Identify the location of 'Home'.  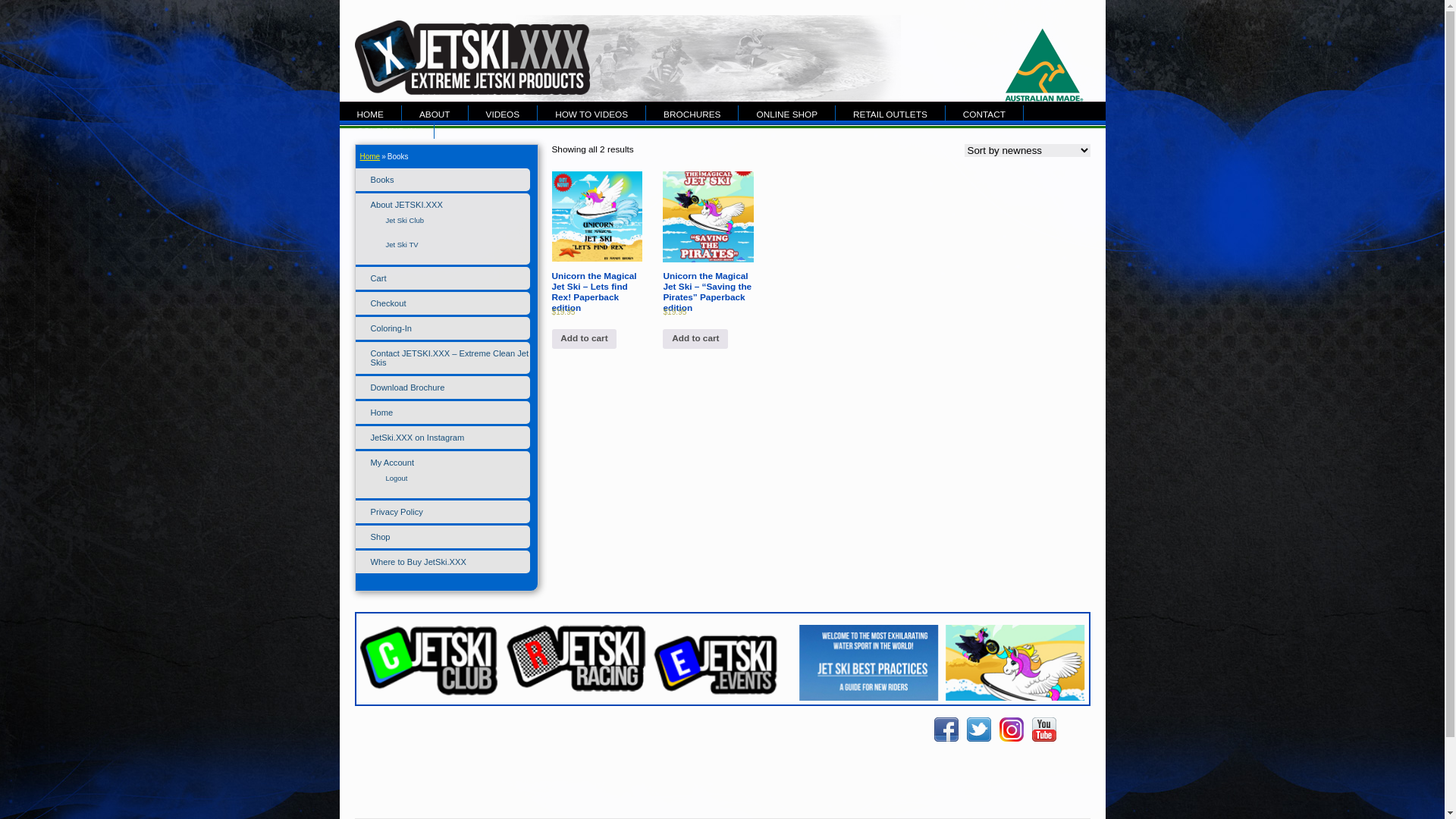
(359, 156).